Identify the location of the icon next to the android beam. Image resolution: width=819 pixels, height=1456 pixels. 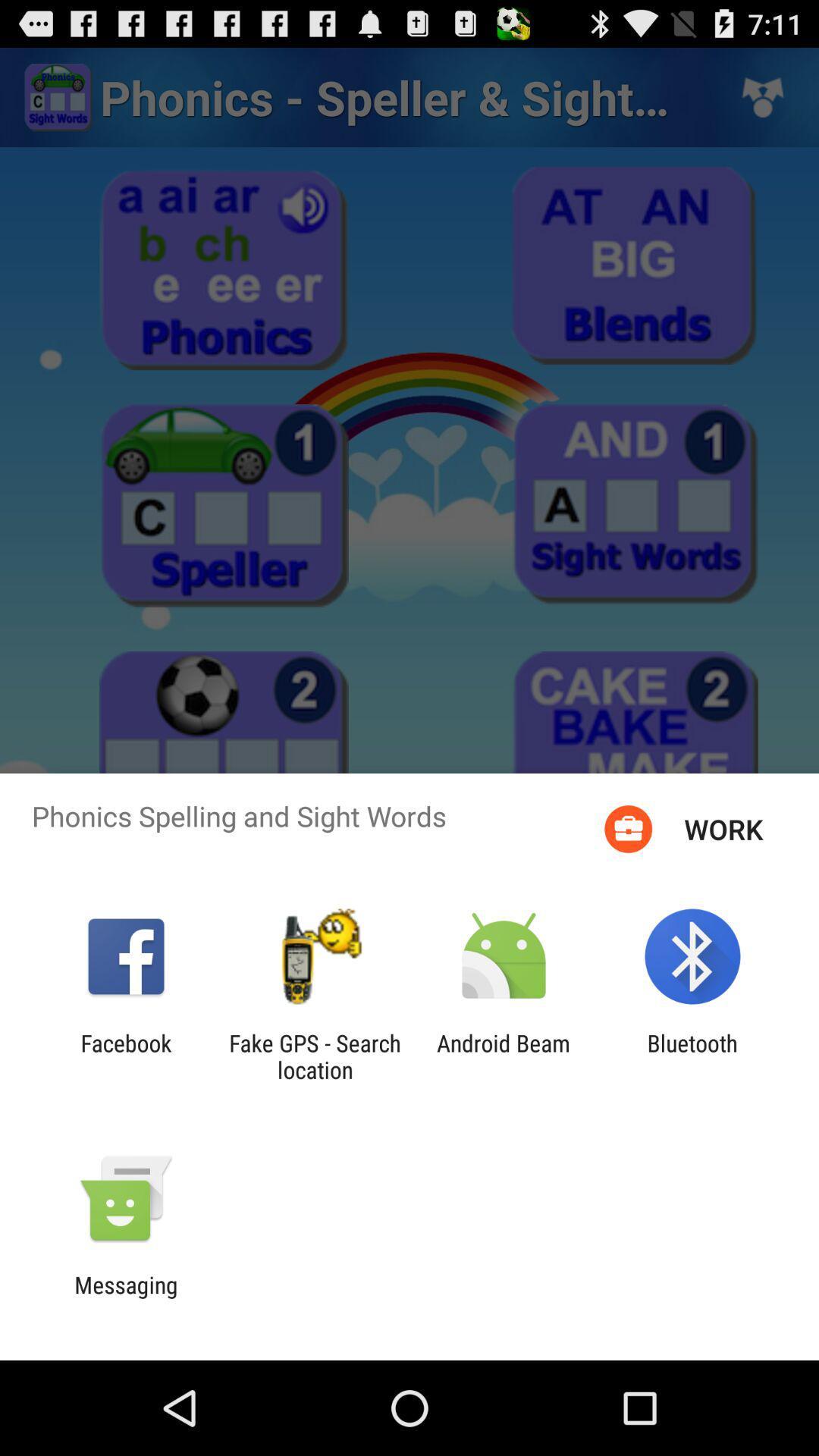
(692, 1056).